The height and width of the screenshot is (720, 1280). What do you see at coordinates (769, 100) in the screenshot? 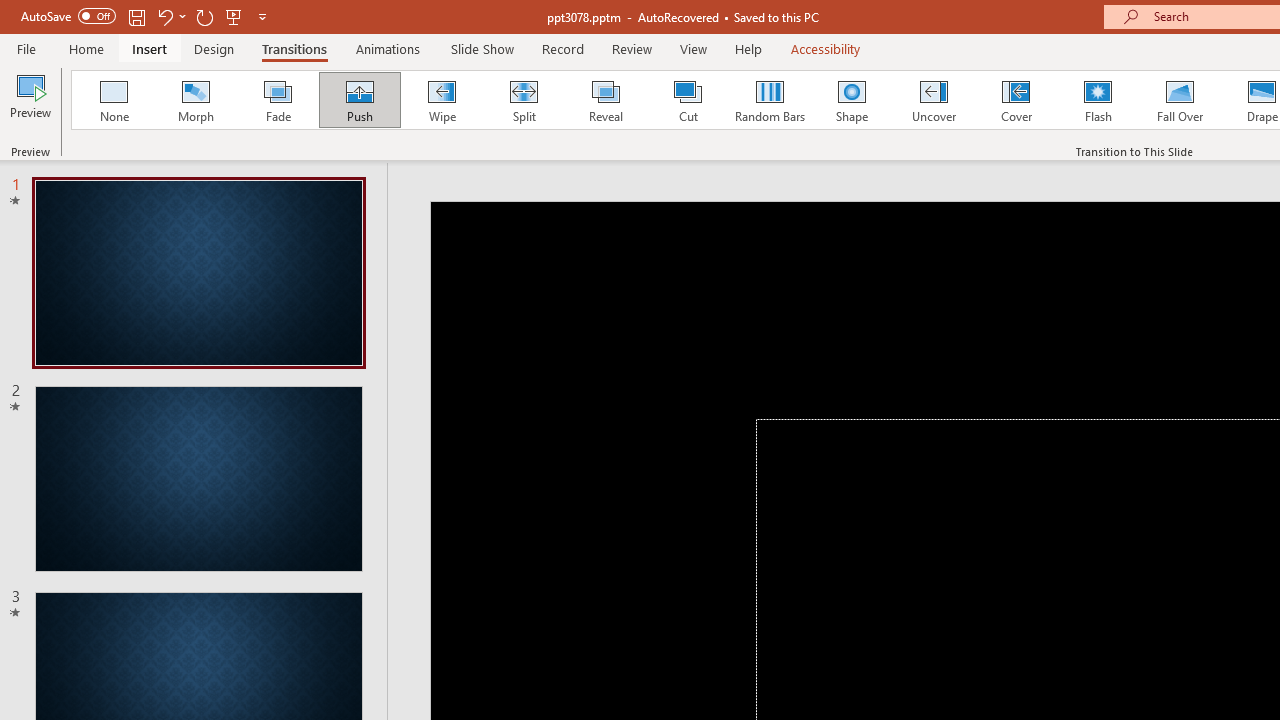
I see `'Random Bars'` at bounding box center [769, 100].